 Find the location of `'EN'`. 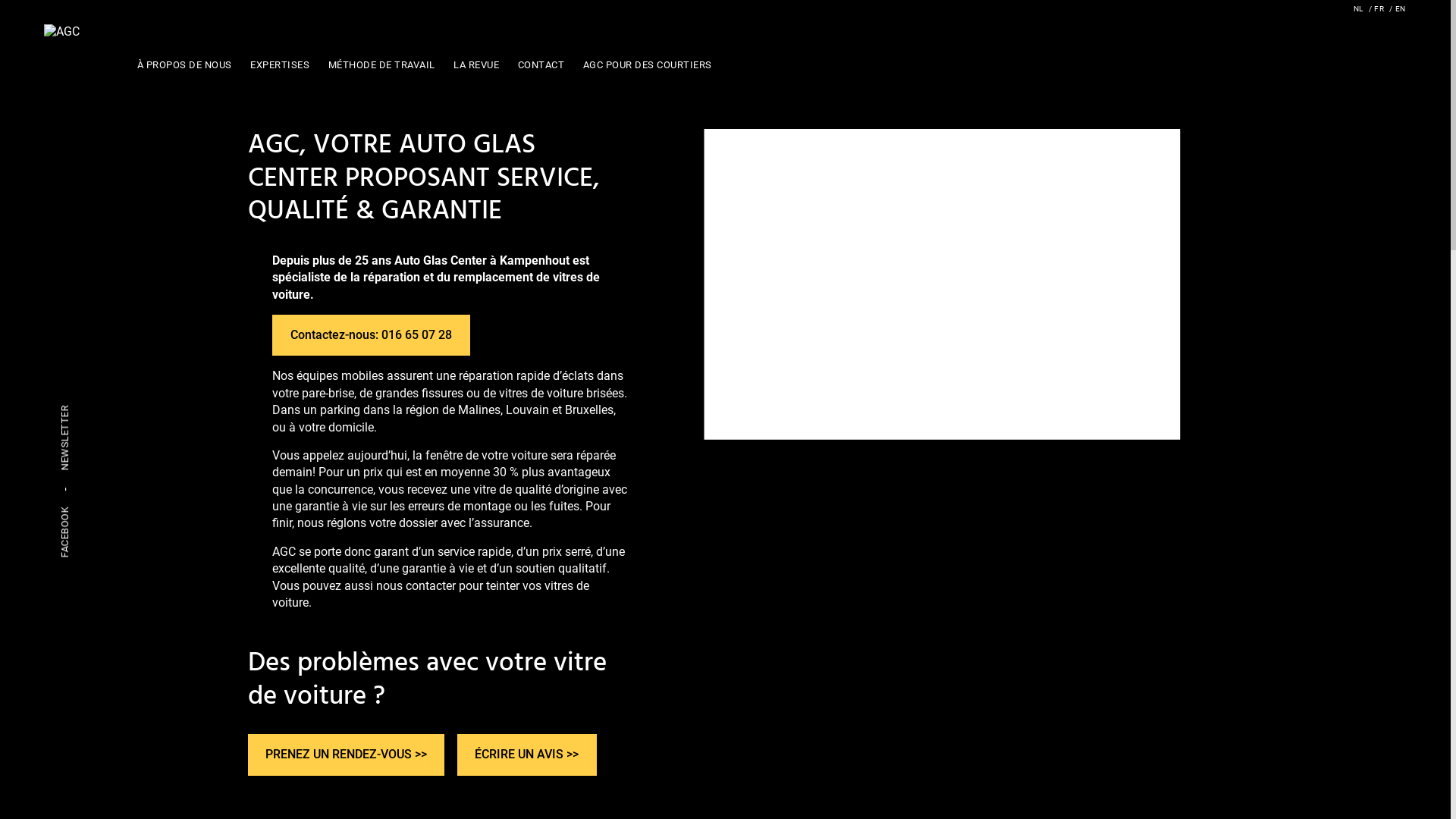

'EN' is located at coordinates (1397, 8).